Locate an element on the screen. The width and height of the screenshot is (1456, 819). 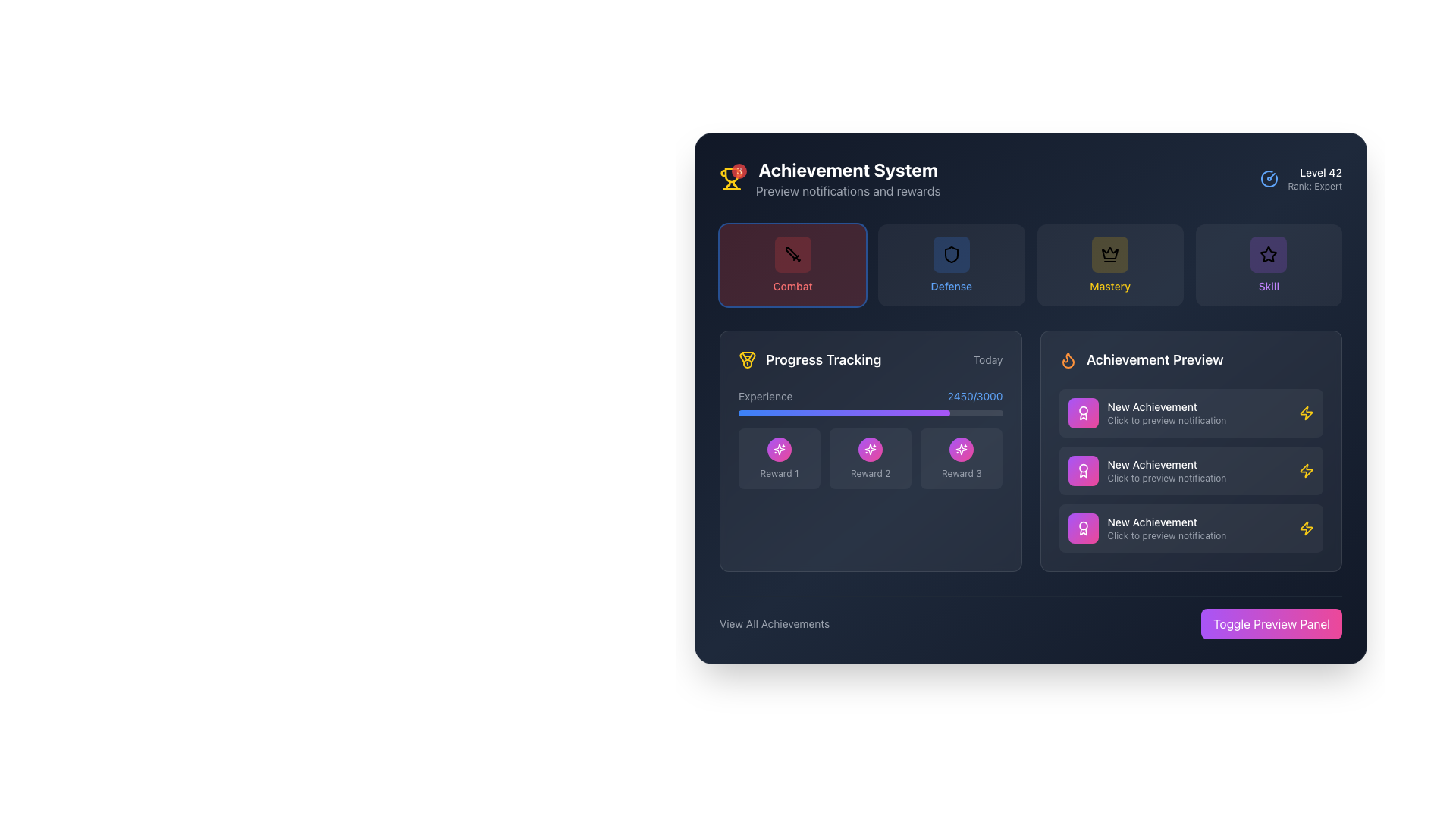
the primary icon in the 'Defense' tab section, which is the second icon from the left in the group of tabs located just below the 'Achievement System' title, to potentially reveal additional information or visual feedback is located at coordinates (950, 253).